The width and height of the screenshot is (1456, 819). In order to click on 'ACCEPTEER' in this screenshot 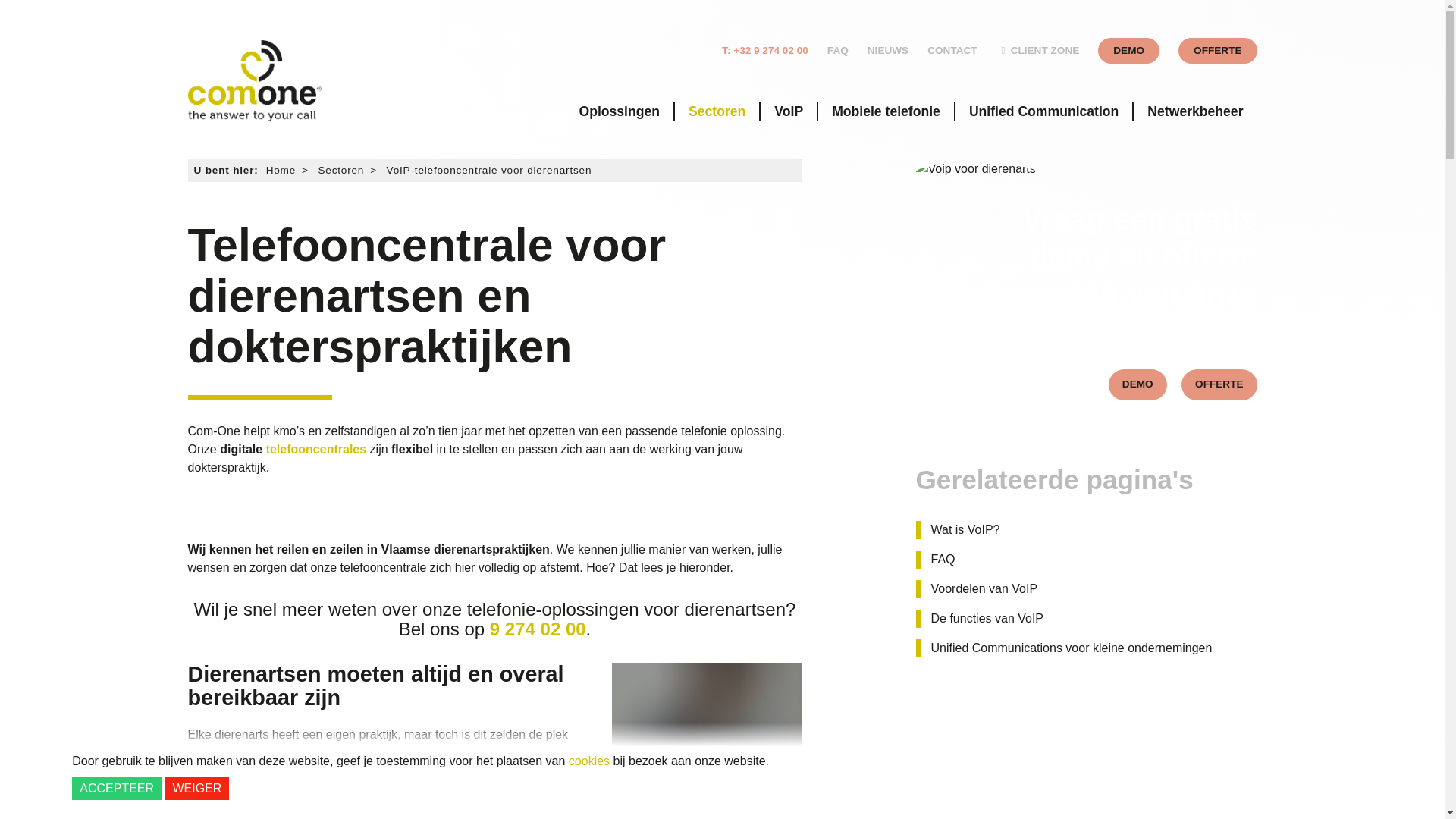, I will do `click(115, 788)`.